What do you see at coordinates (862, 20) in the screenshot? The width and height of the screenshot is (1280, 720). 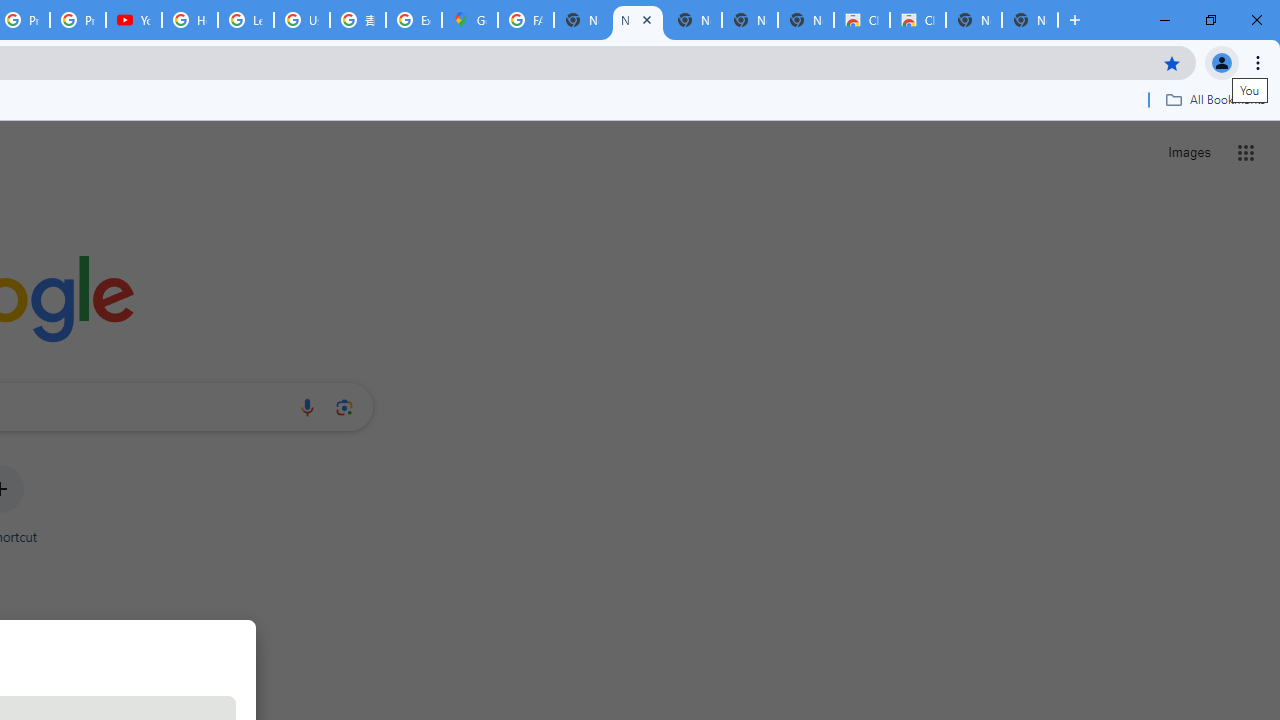 I see `'Classic Blue - Chrome Web Store'` at bounding box center [862, 20].